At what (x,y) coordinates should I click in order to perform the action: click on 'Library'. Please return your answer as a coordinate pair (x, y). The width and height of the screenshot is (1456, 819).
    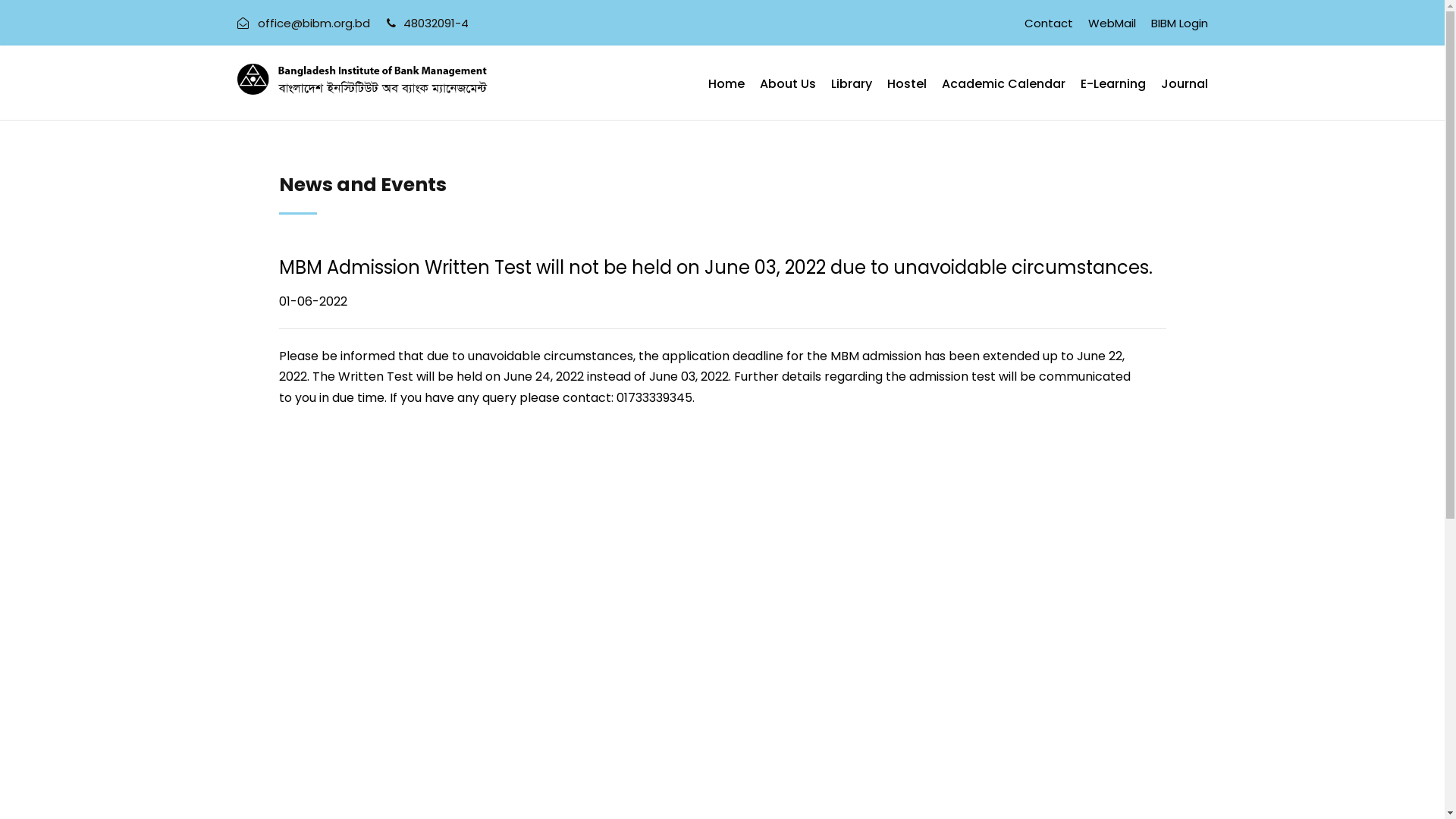
    Looking at the image, I should click on (852, 96).